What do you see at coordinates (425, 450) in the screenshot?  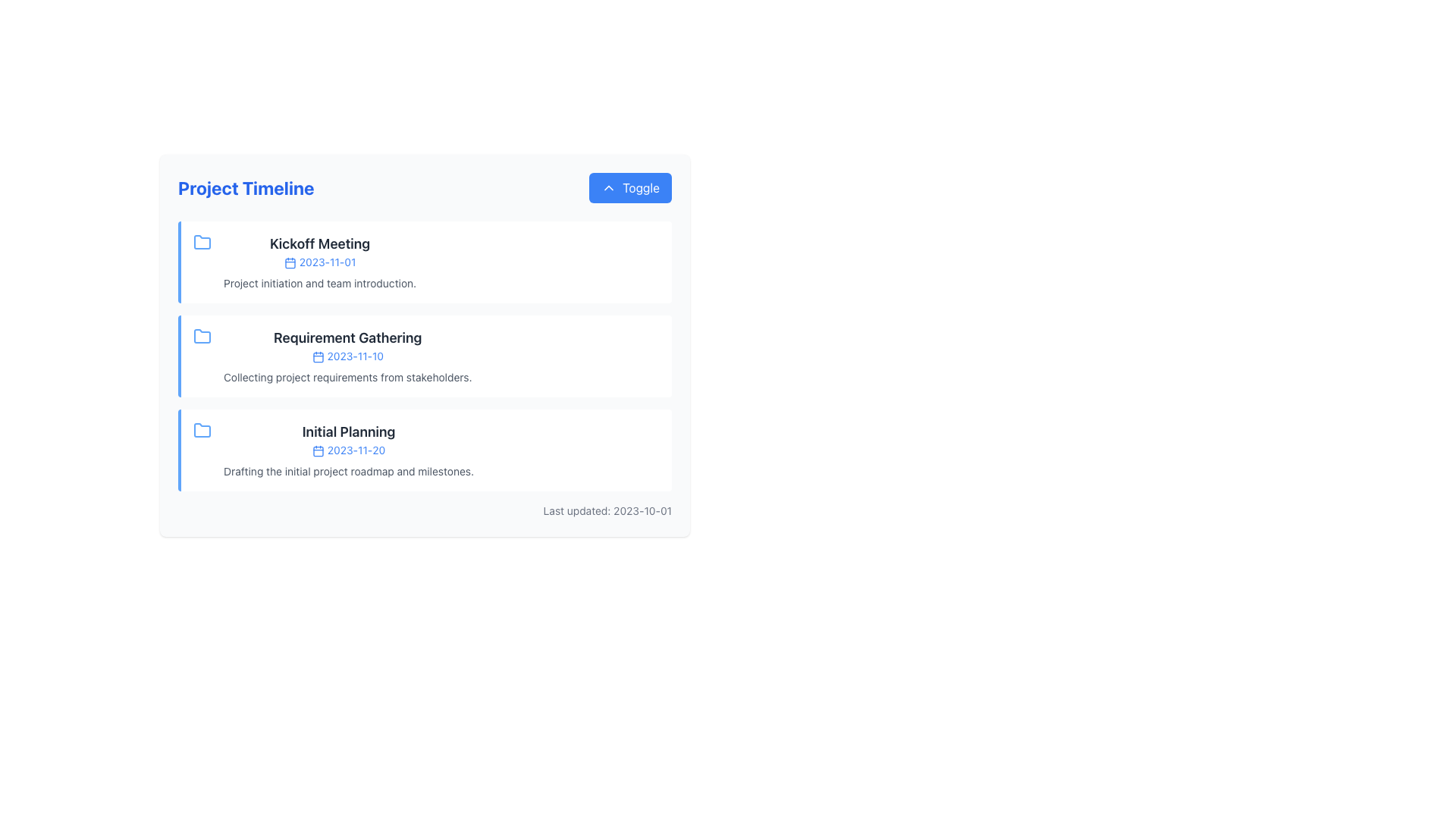 I see `the date '2023-11-20' in the structured content block titled 'Initial Planning' to view related events` at bounding box center [425, 450].